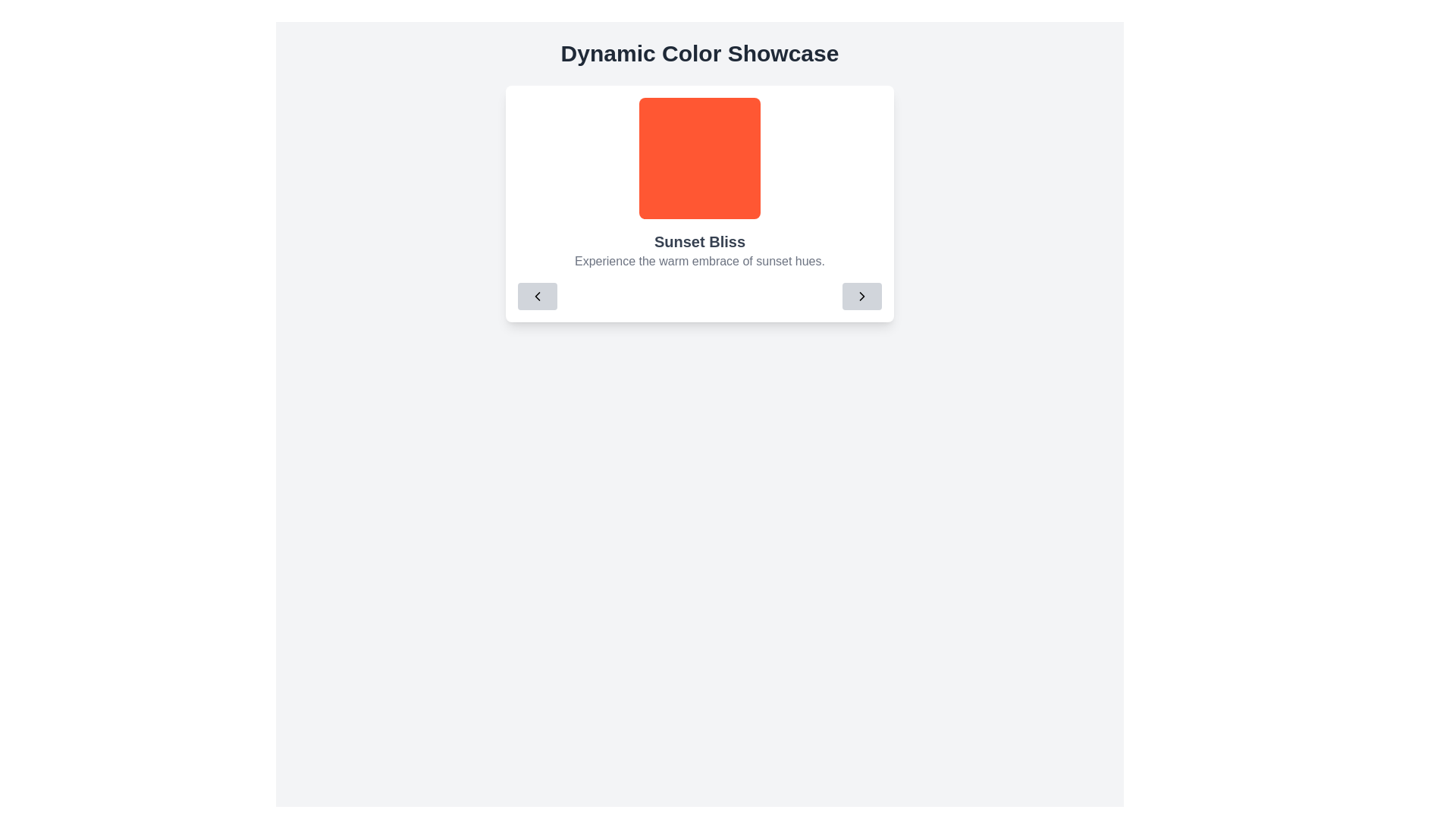 The image size is (1456, 819). Describe the element at coordinates (862, 296) in the screenshot. I see `the right-facing chevron icon inside the gray rounded rectangular button on the far right of the control panel` at that location.